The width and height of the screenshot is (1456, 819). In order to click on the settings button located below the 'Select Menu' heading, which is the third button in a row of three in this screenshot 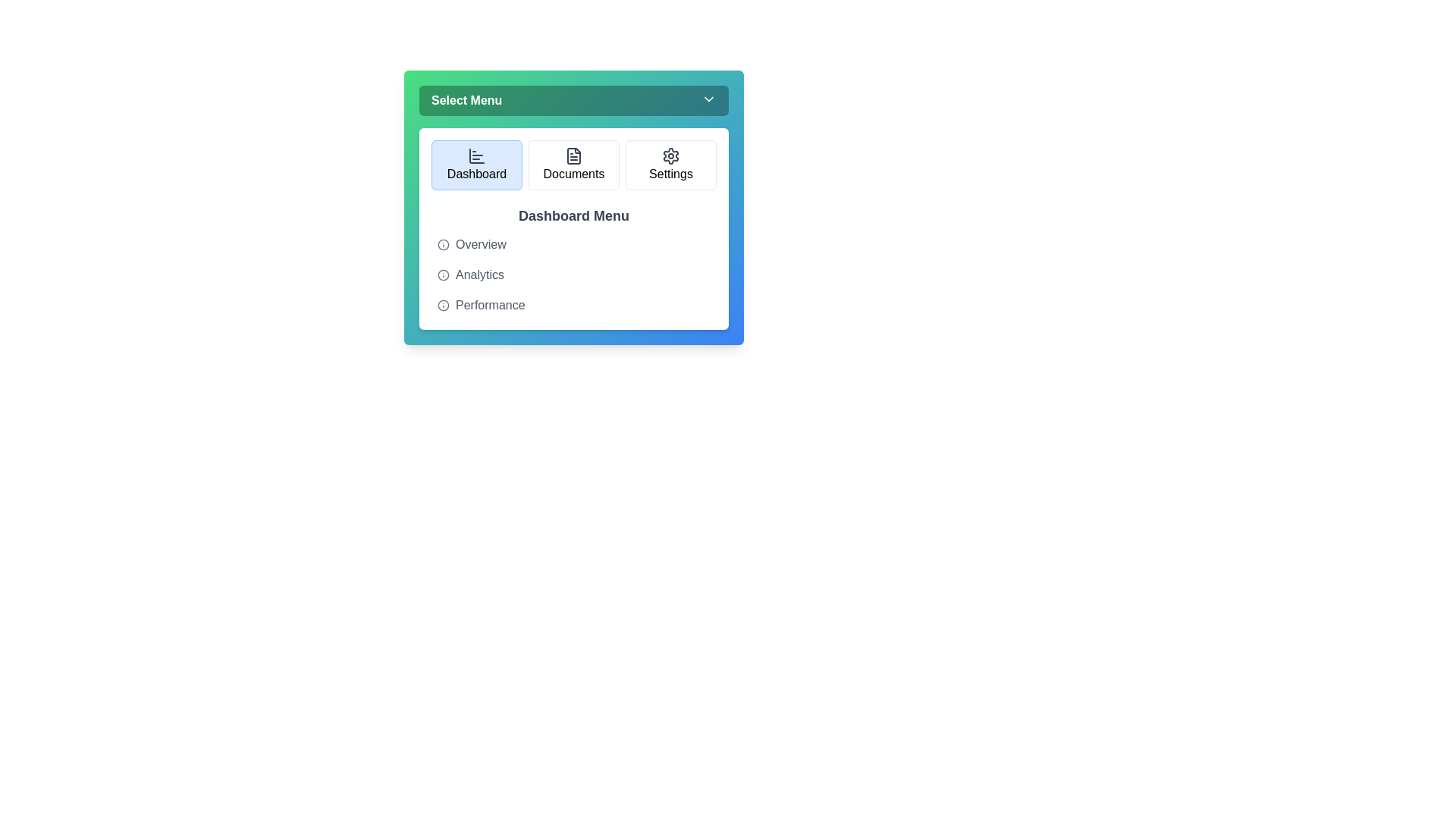, I will do `click(670, 165)`.